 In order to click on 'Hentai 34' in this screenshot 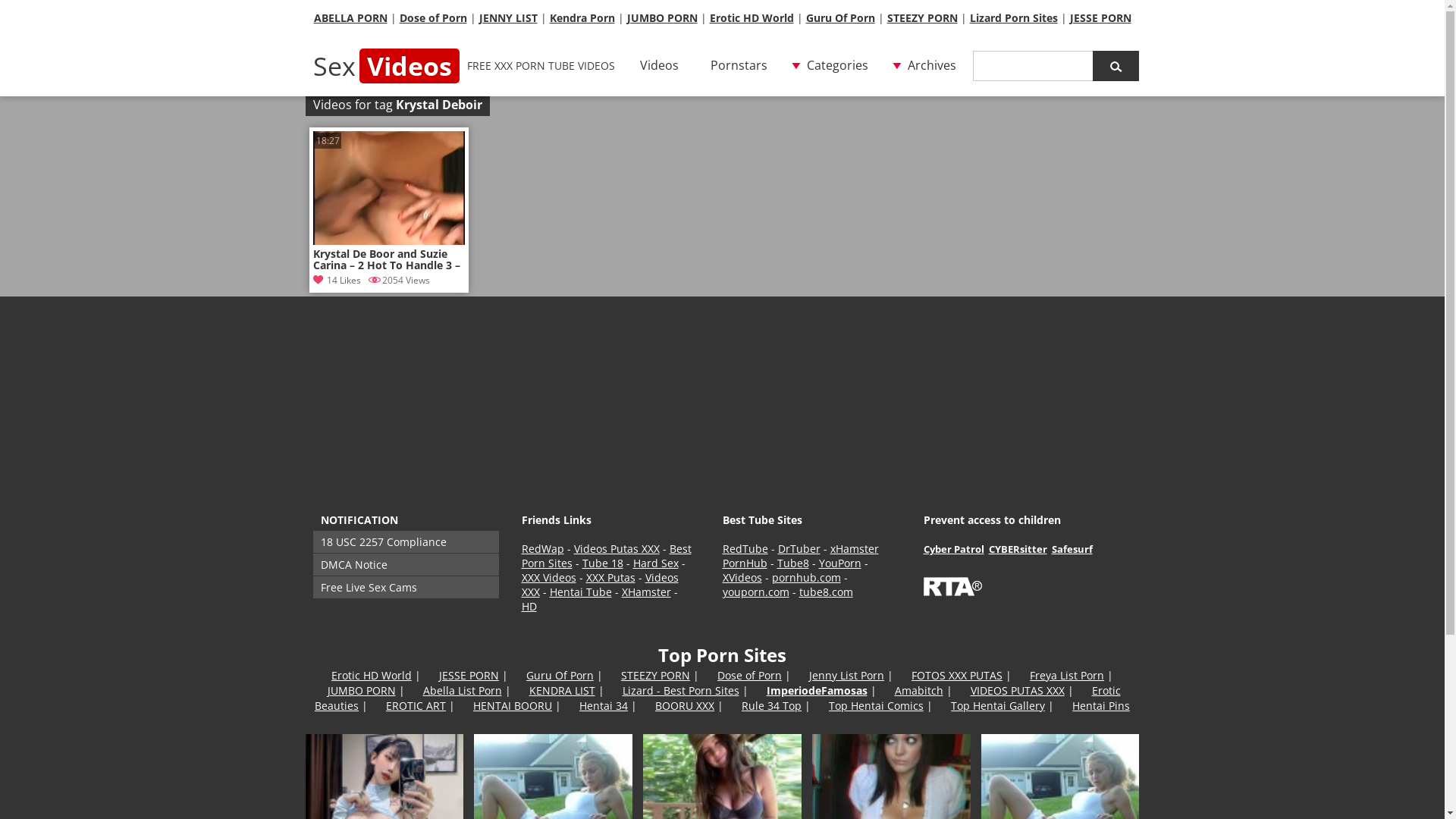, I will do `click(603, 705)`.